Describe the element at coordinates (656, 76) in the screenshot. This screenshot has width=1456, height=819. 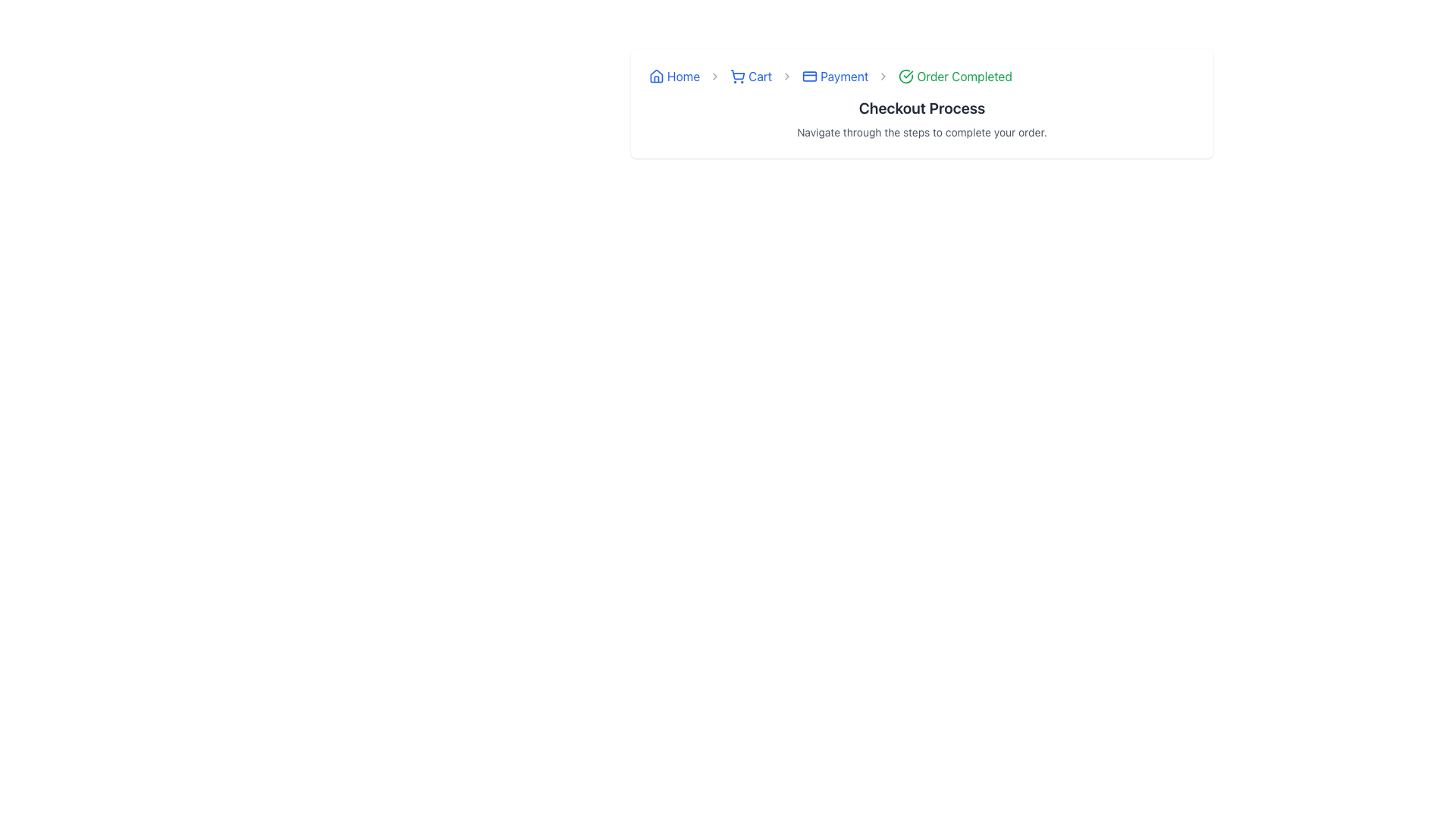
I see `the home icon in the breadcrumb navigation bar` at that location.